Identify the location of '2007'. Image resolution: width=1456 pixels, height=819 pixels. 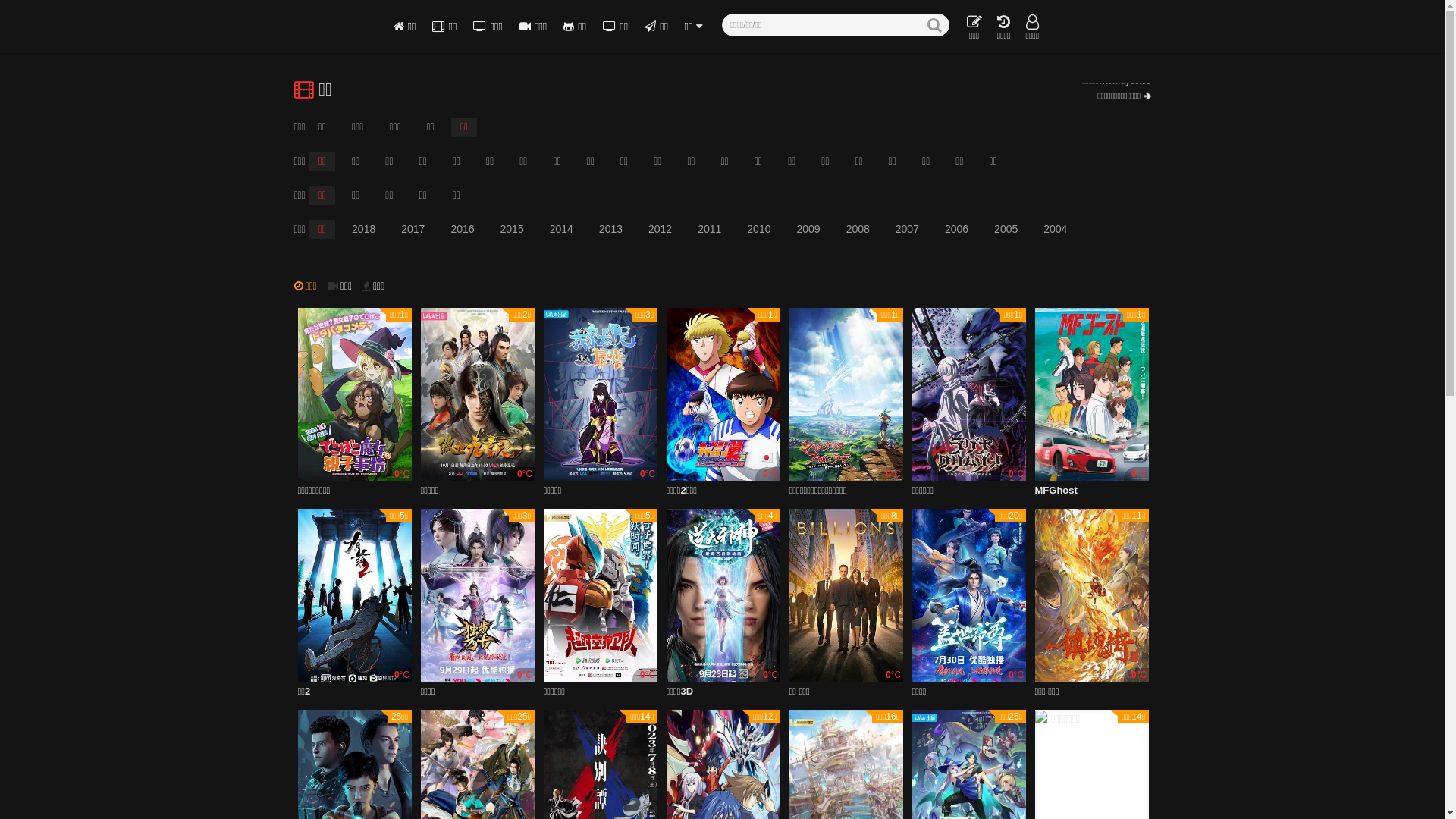
(907, 229).